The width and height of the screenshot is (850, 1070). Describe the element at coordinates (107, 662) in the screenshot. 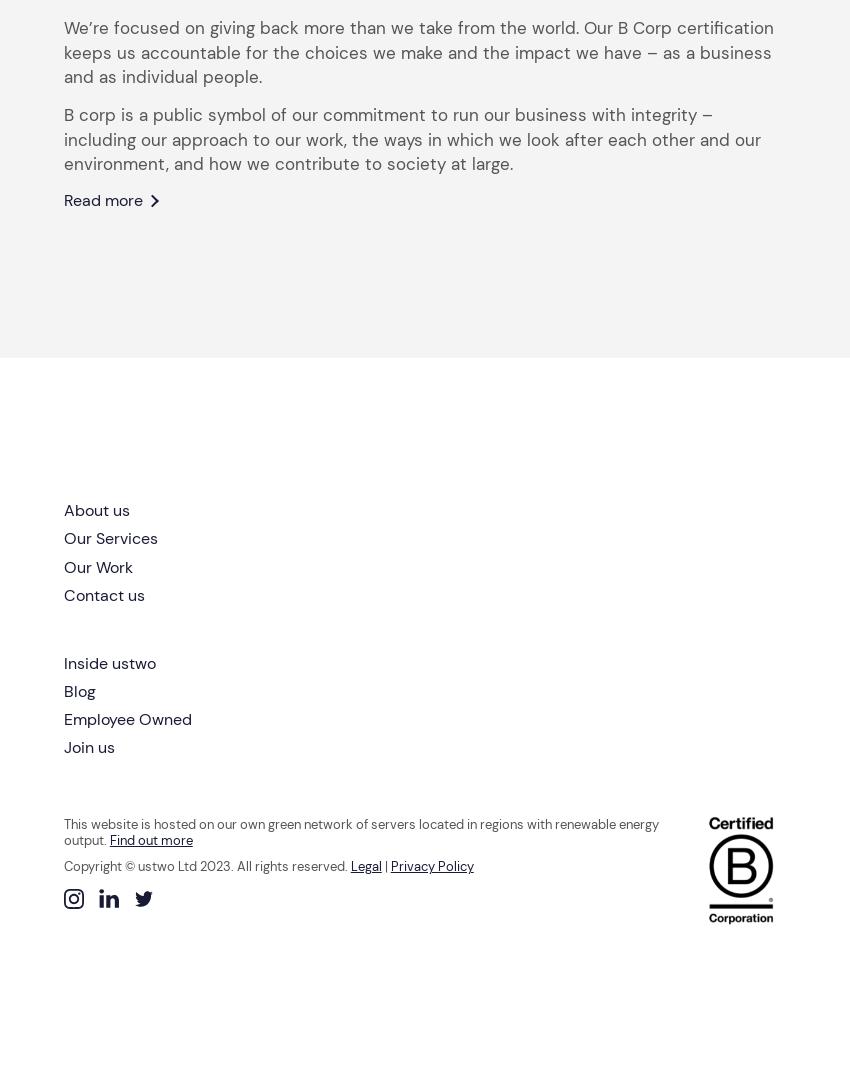

I see `'Inside ustwo'` at that location.